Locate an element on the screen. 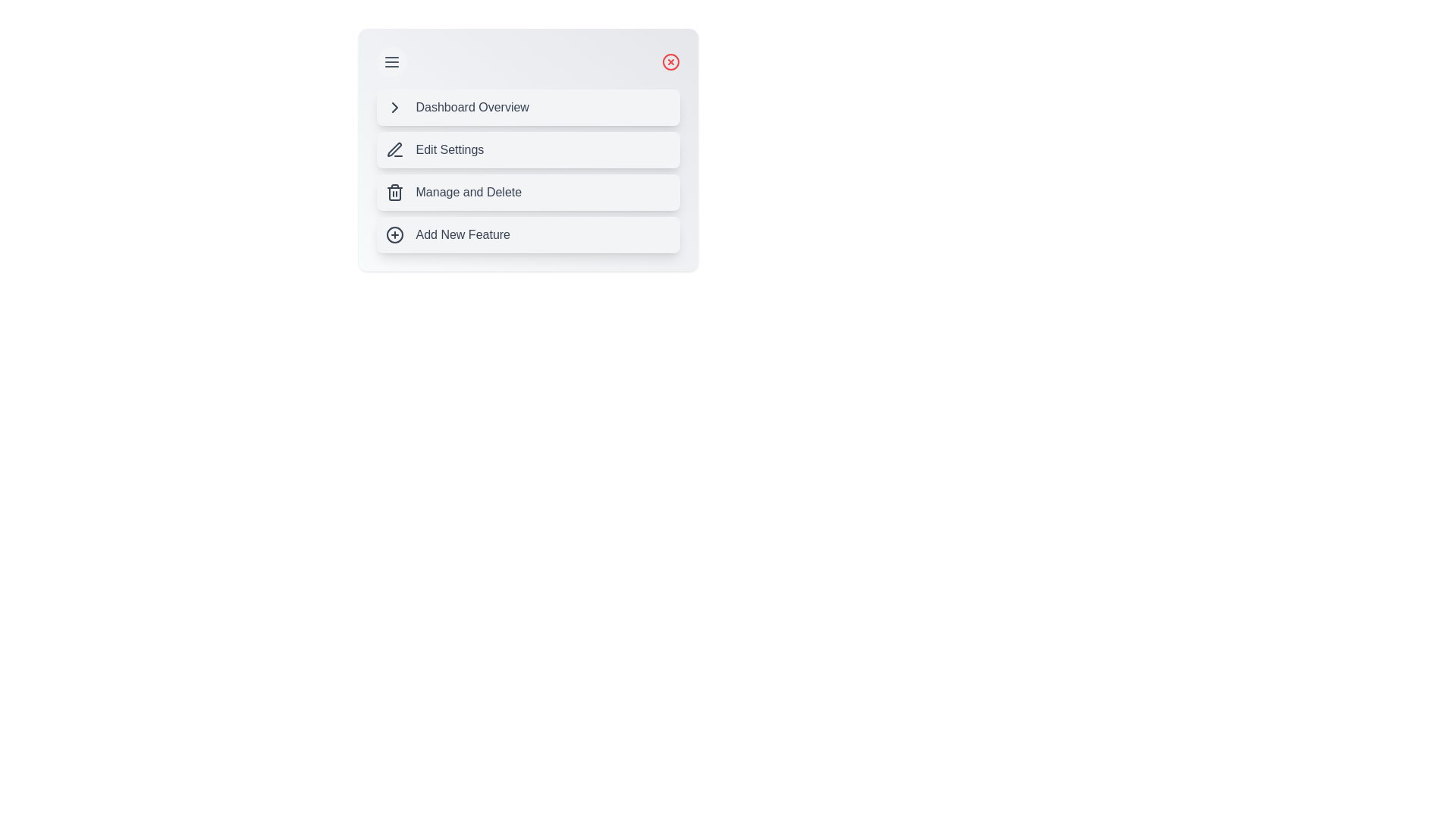 The image size is (1456, 819). the close button to close the menu is located at coordinates (670, 61).